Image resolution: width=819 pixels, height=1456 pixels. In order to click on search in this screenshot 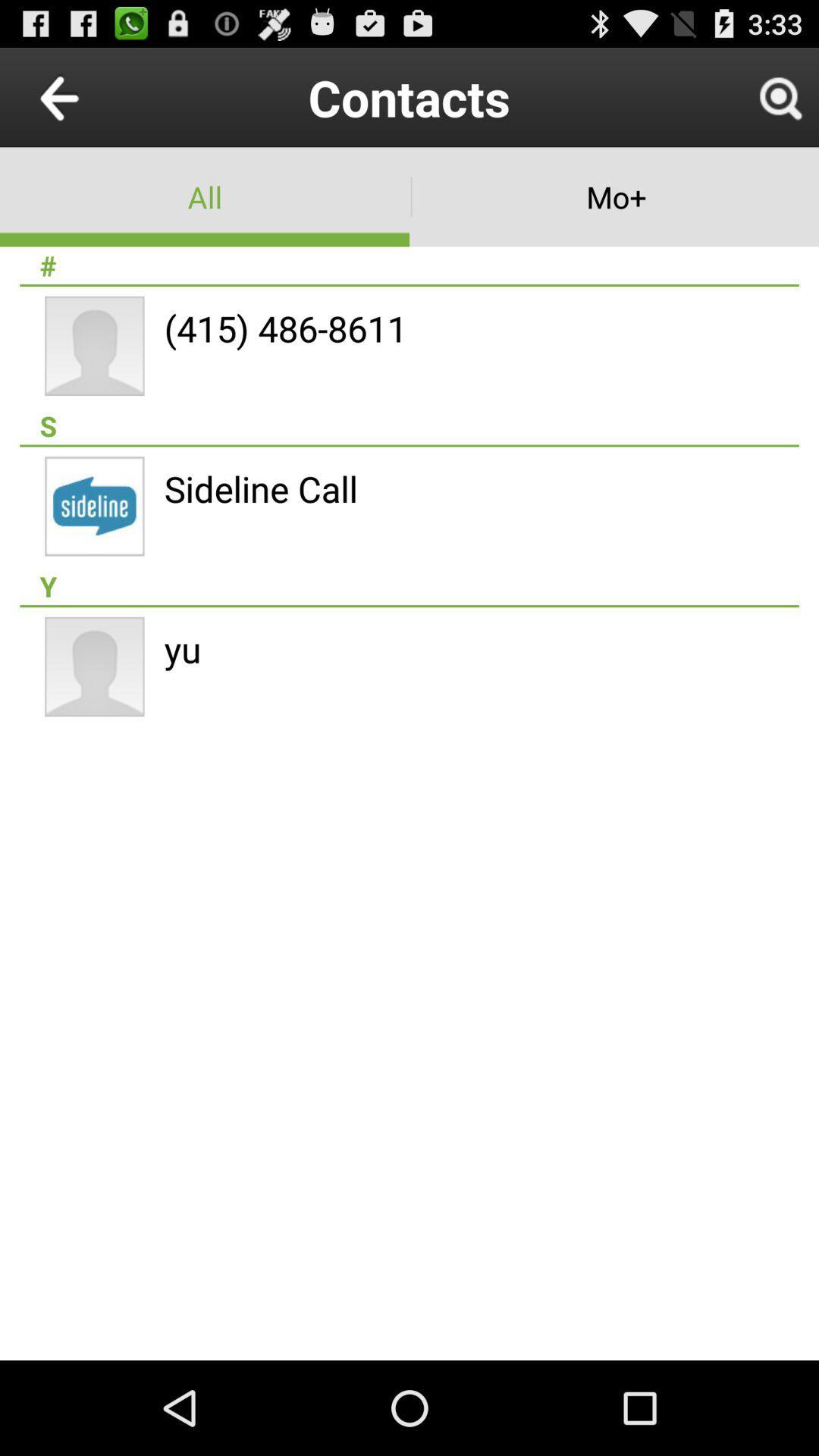, I will do `click(780, 96)`.